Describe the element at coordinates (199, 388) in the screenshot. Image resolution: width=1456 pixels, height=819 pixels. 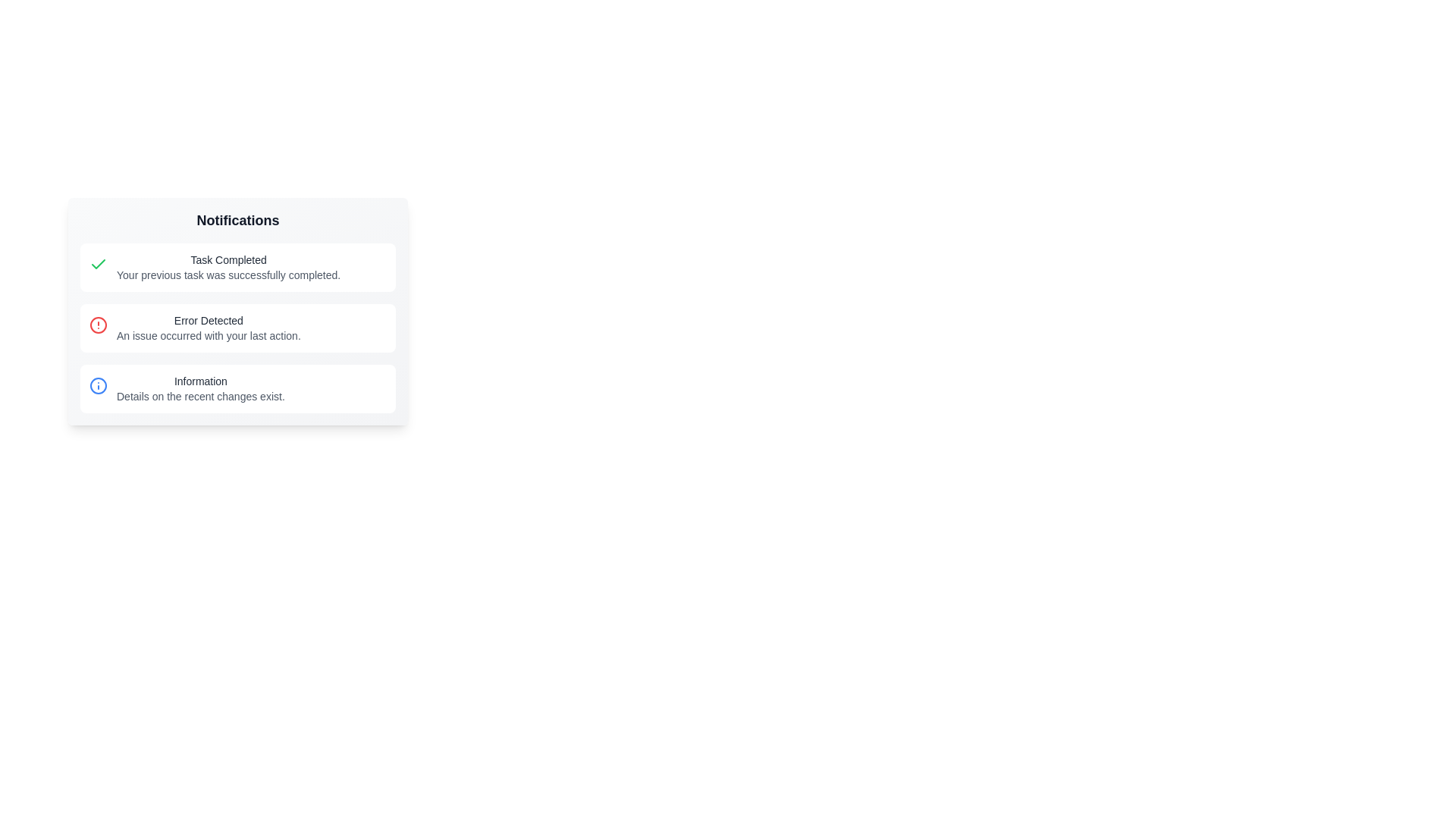
I see `the Text Block element containing the header 'Information' and the description 'Details on the recent changes exist.', which is located under the 'Error Detected' notification` at that location.